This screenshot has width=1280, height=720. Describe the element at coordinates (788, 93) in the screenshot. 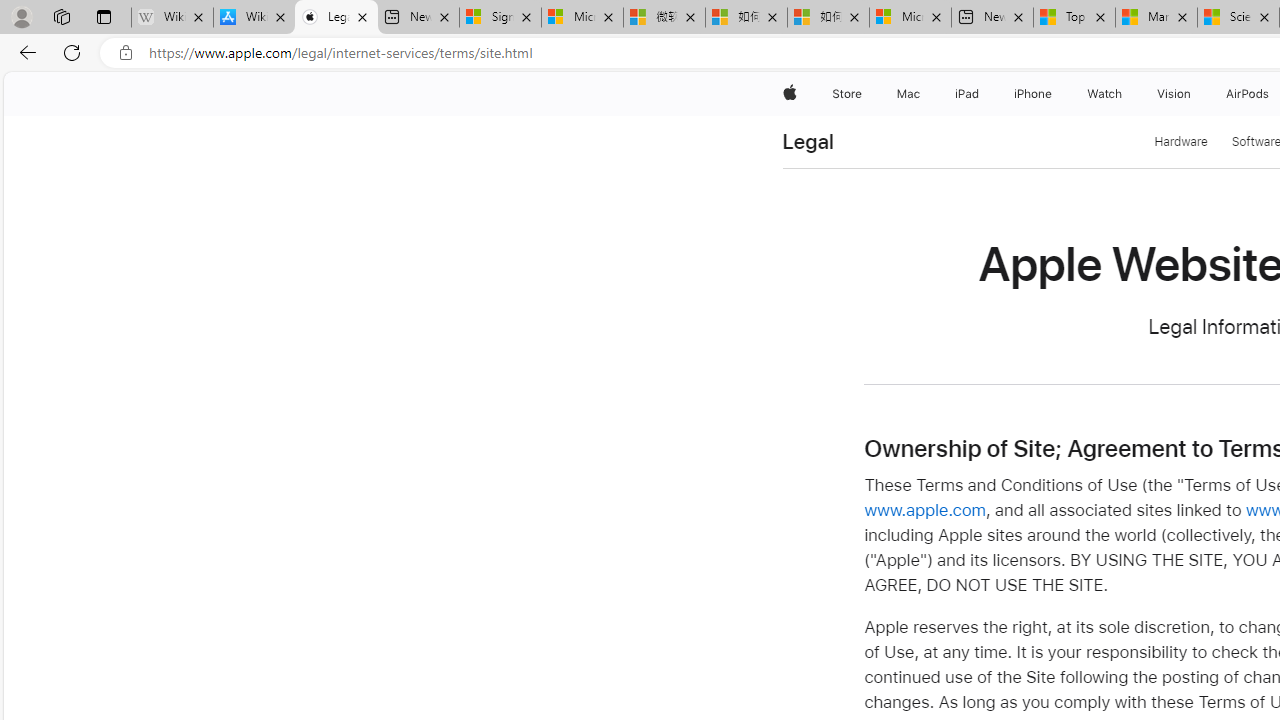

I see `'Apple'` at that location.